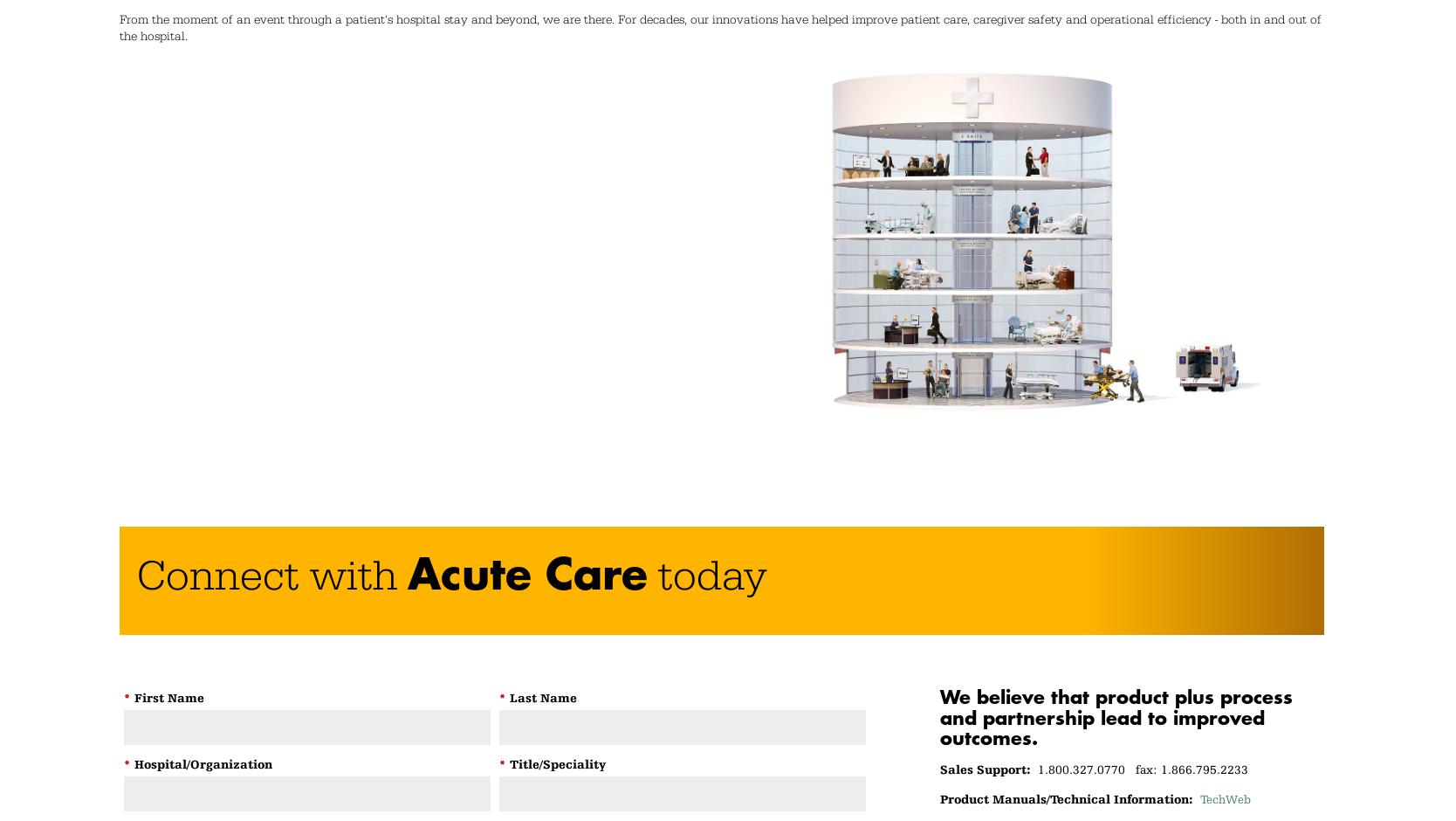 This screenshot has width=1456, height=821. I want to click on 'TechWeb', so click(1224, 797).